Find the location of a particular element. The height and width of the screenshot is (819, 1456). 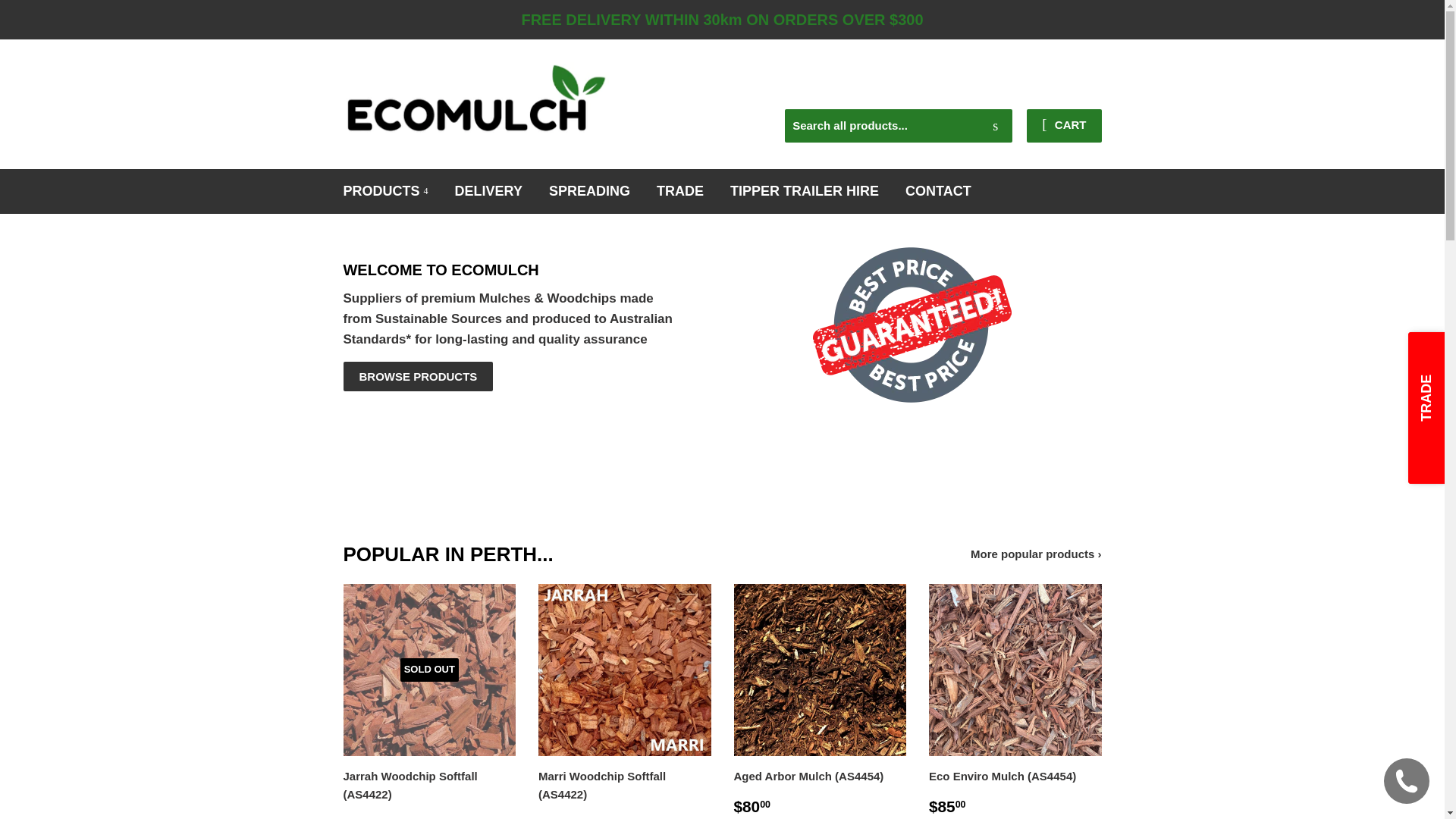

'Sign in' is located at coordinates (977, 89).